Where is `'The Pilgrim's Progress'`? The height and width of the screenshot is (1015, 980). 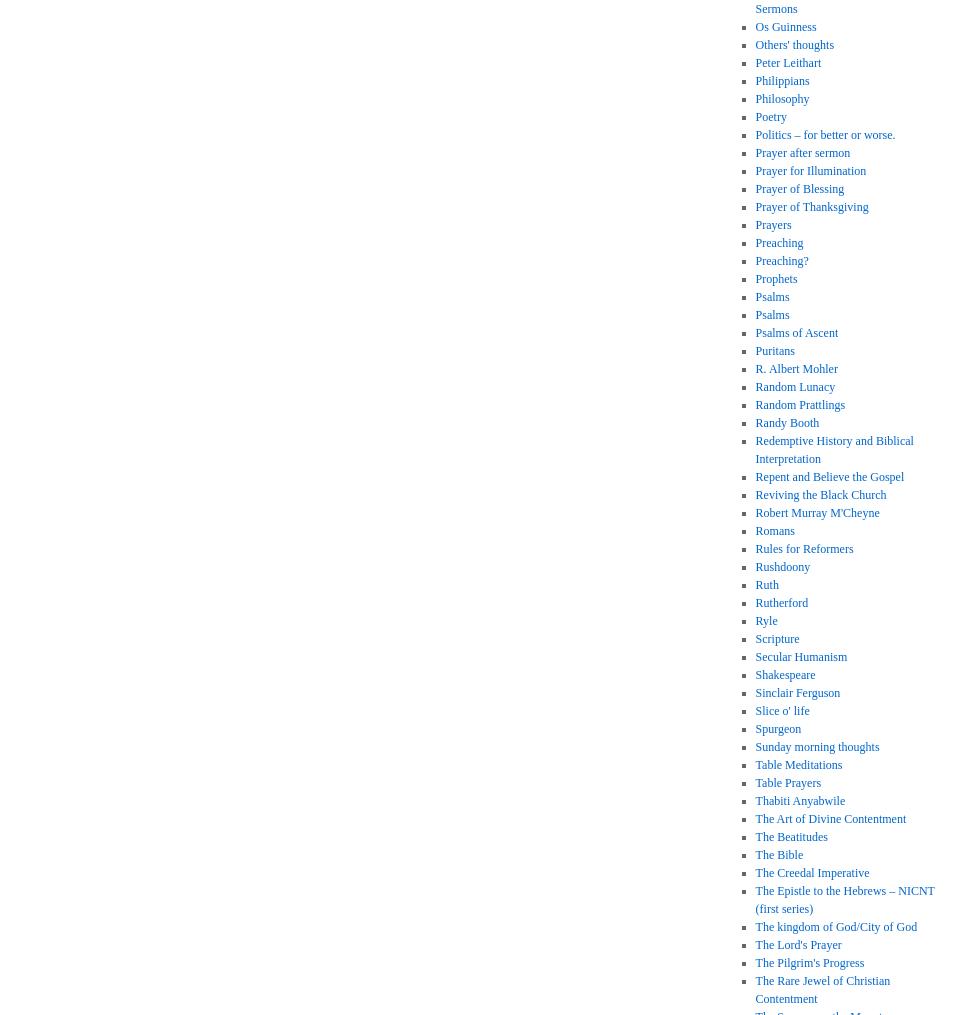 'The Pilgrim's Progress' is located at coordinates (809, 963).